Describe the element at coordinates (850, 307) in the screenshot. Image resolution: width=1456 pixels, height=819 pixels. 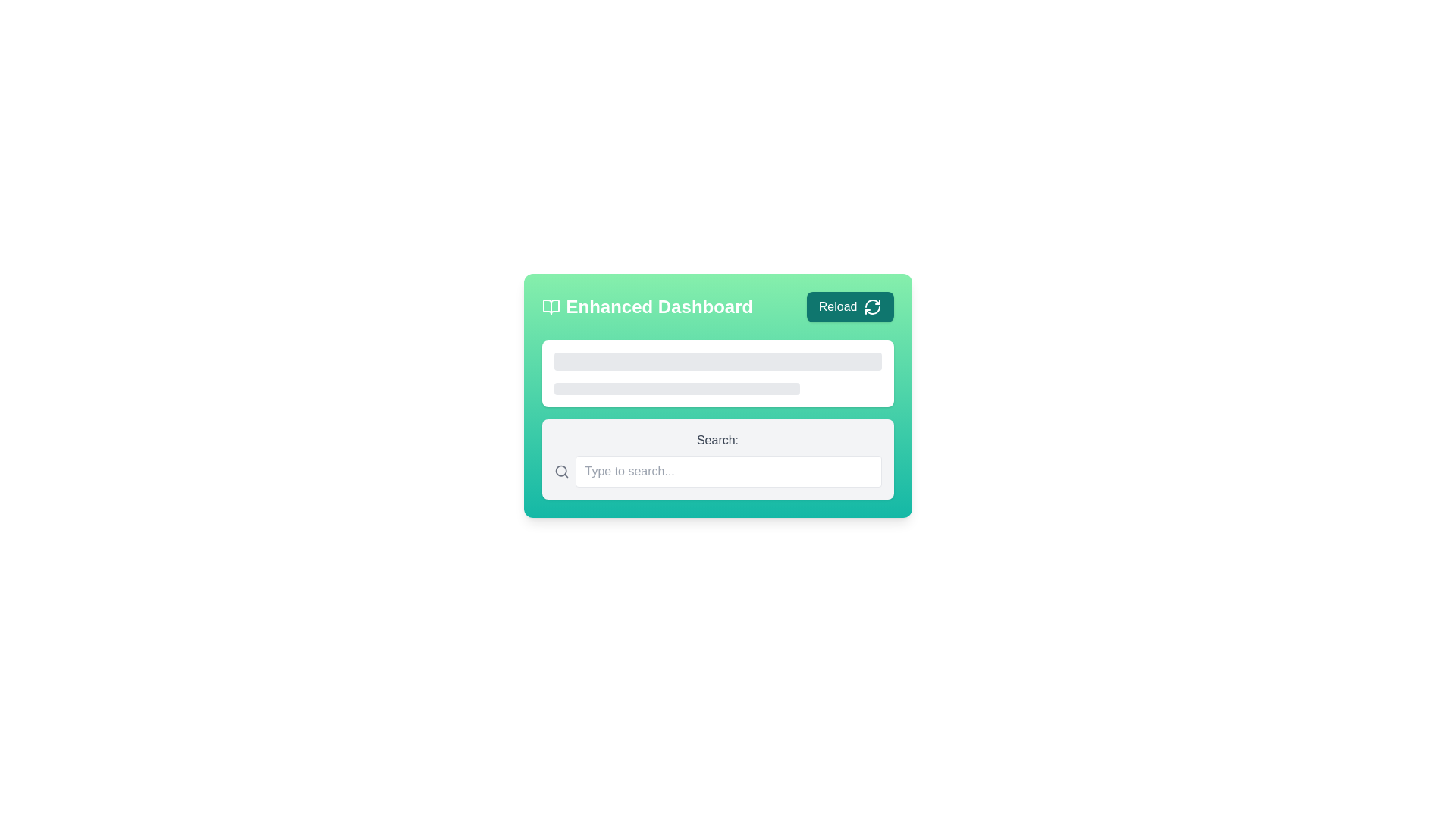
I see `the reload button located at the top-right corner of the 'Enhanced Dashboard'` at that location.